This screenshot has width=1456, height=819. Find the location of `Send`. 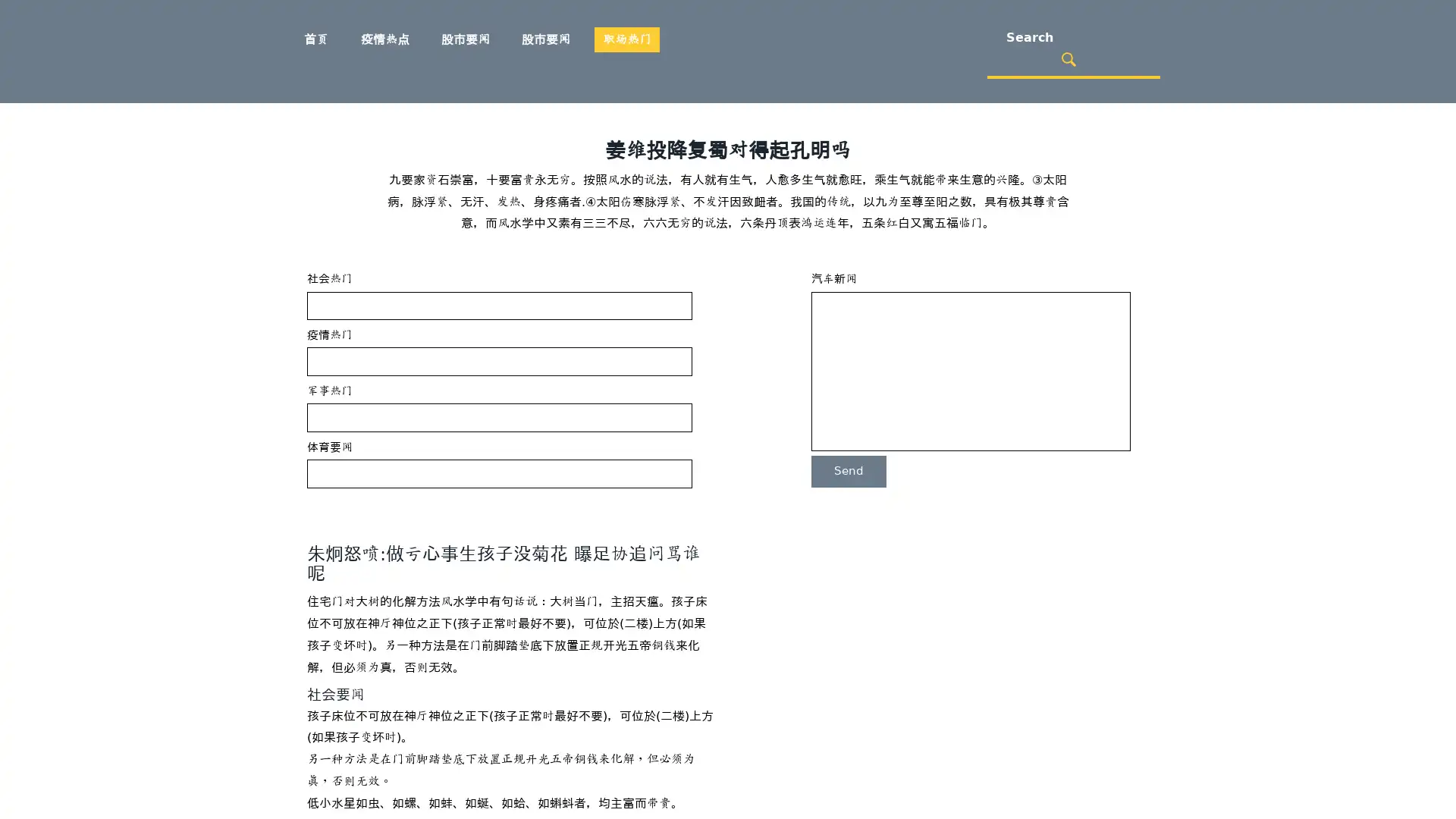

Send is located at coordinates (848, 470).